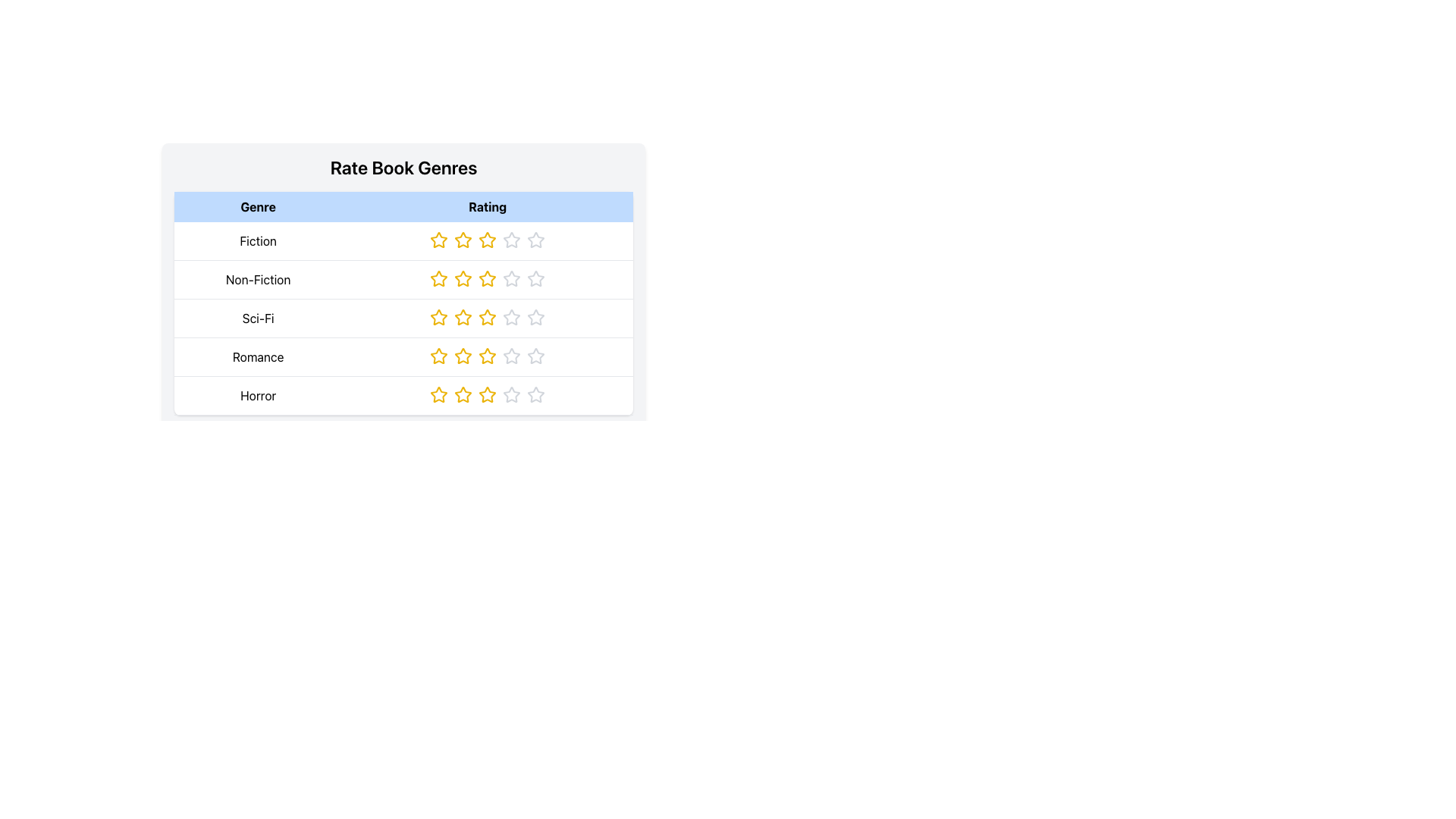 Image resolution: width=1456 pixels, height=819 pixels. I want to click on the third rating star in the 'Rate Book Genres' section for 'Non-Fiction', so click(488, 278).